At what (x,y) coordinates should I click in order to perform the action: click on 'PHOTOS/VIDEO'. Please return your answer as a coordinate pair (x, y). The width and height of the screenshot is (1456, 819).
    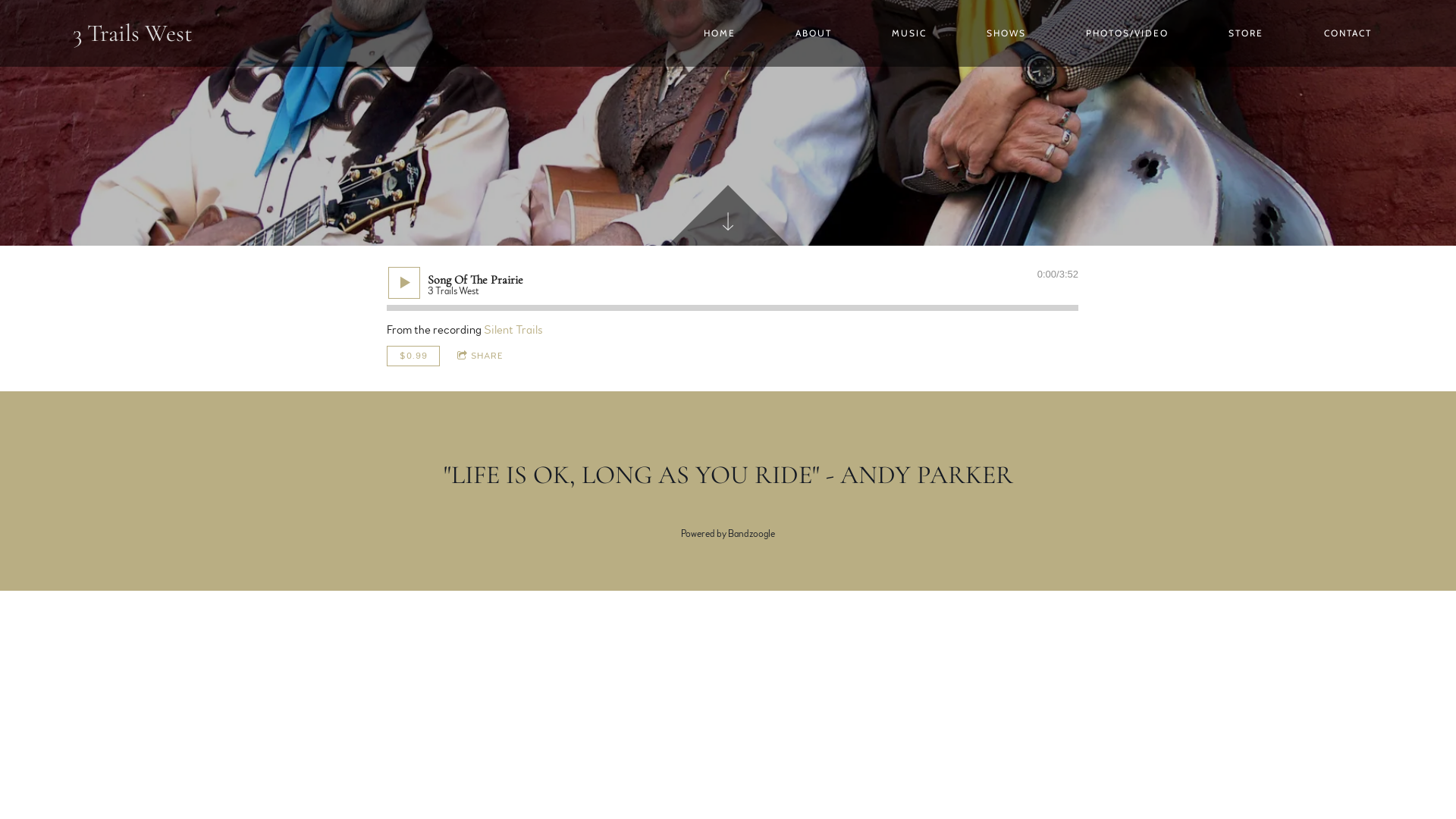
    Looking at the image, I should click on (1128, 33).